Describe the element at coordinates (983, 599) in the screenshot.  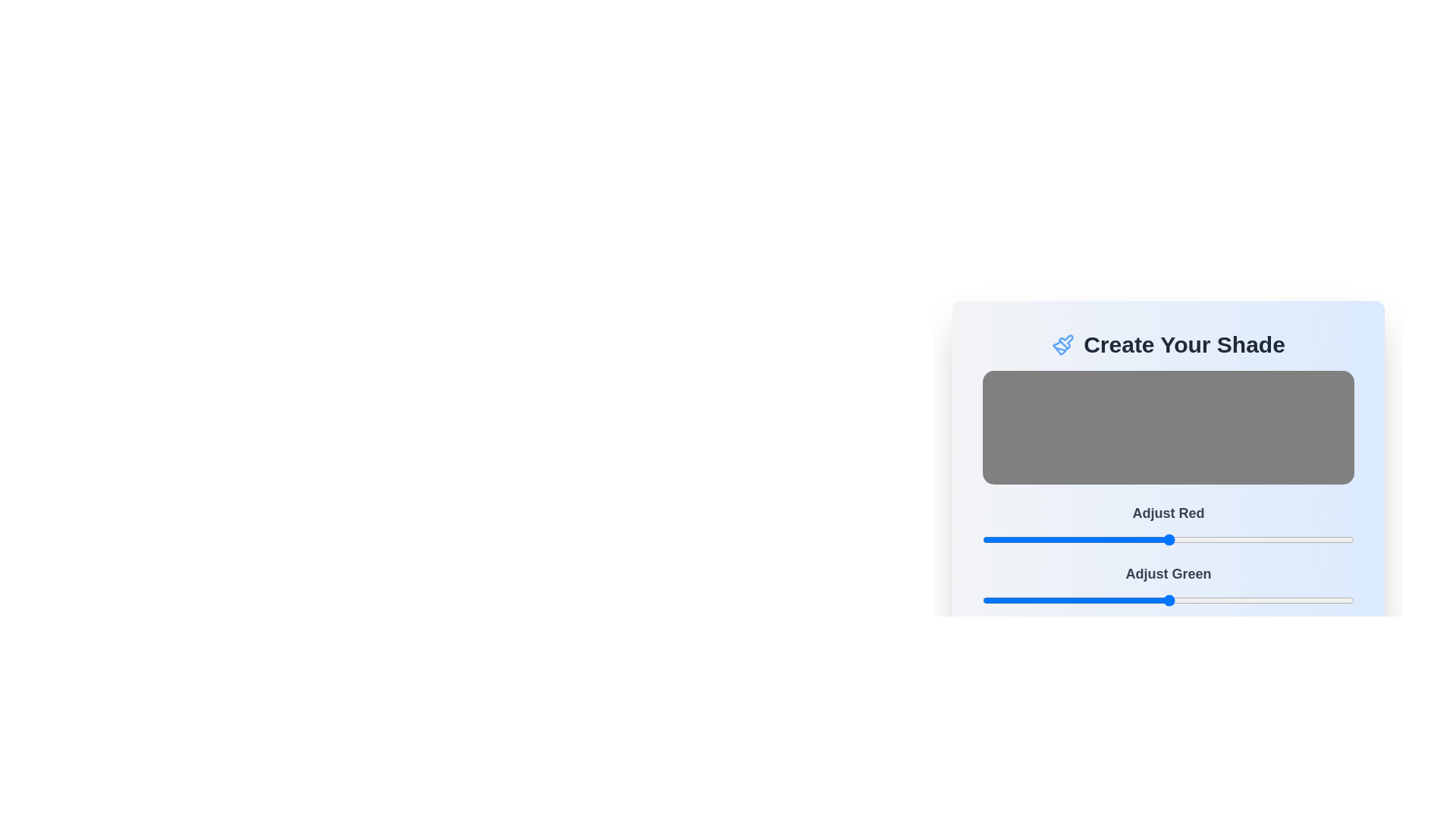
I see `the green color slider to 0` at that location.